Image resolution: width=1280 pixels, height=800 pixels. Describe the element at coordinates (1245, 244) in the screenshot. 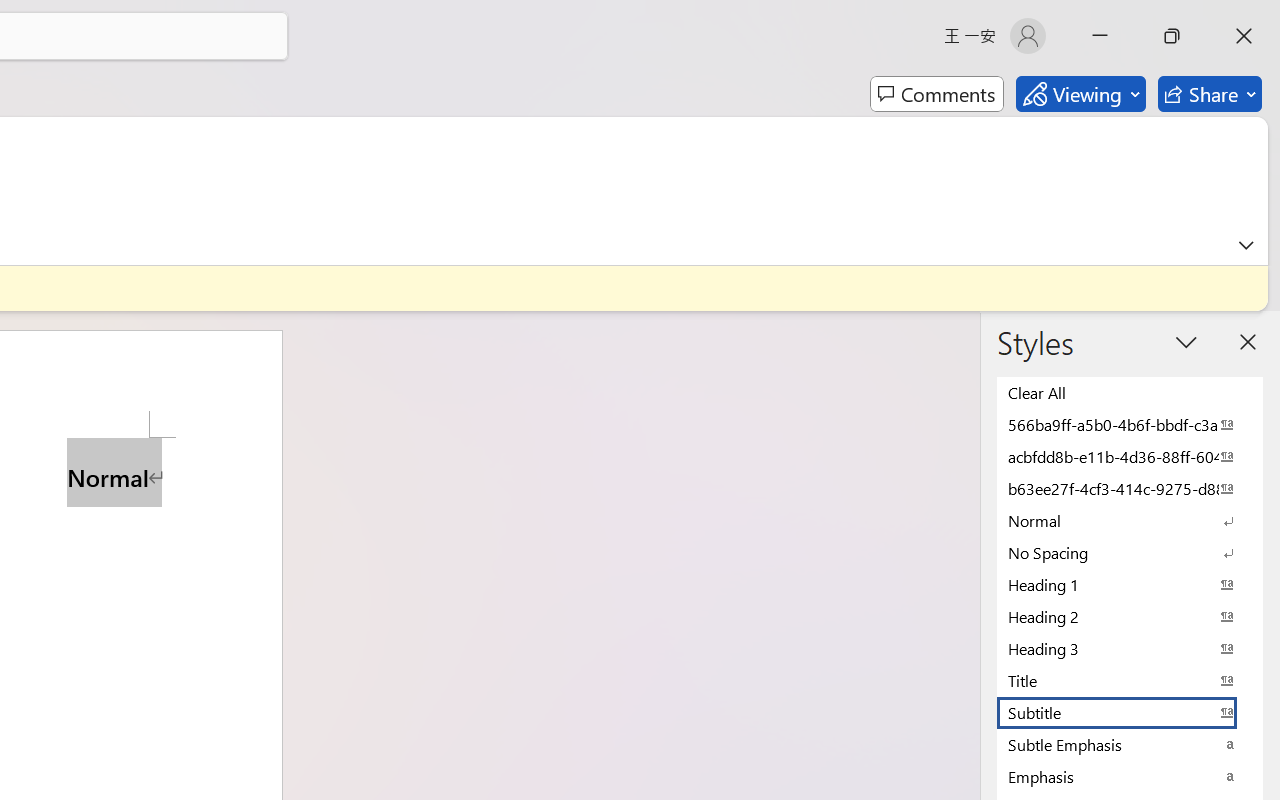

I see `'Ribbon Display Options'` at that location.